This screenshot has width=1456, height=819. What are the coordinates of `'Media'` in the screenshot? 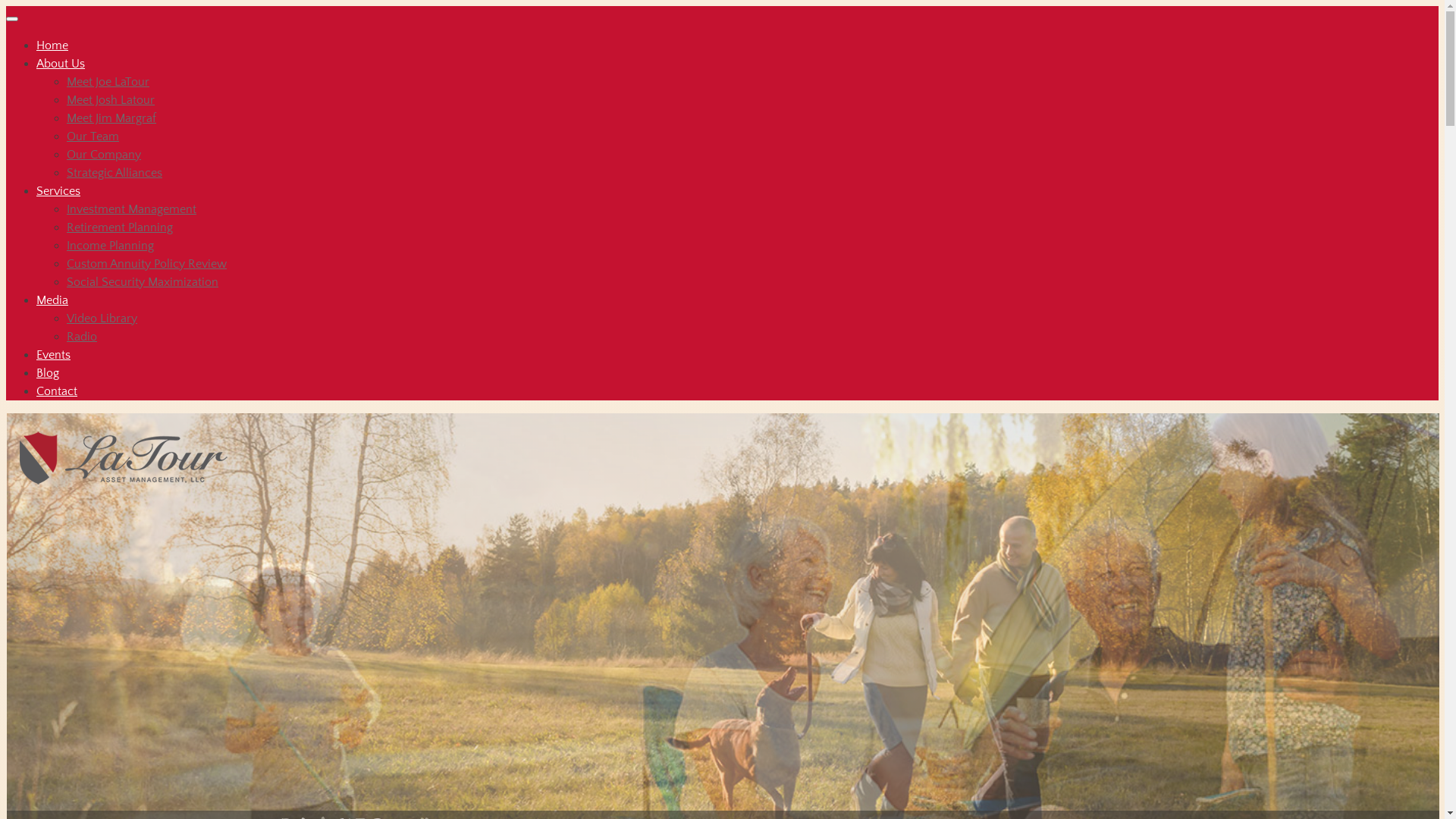 It's located at (52, 300).